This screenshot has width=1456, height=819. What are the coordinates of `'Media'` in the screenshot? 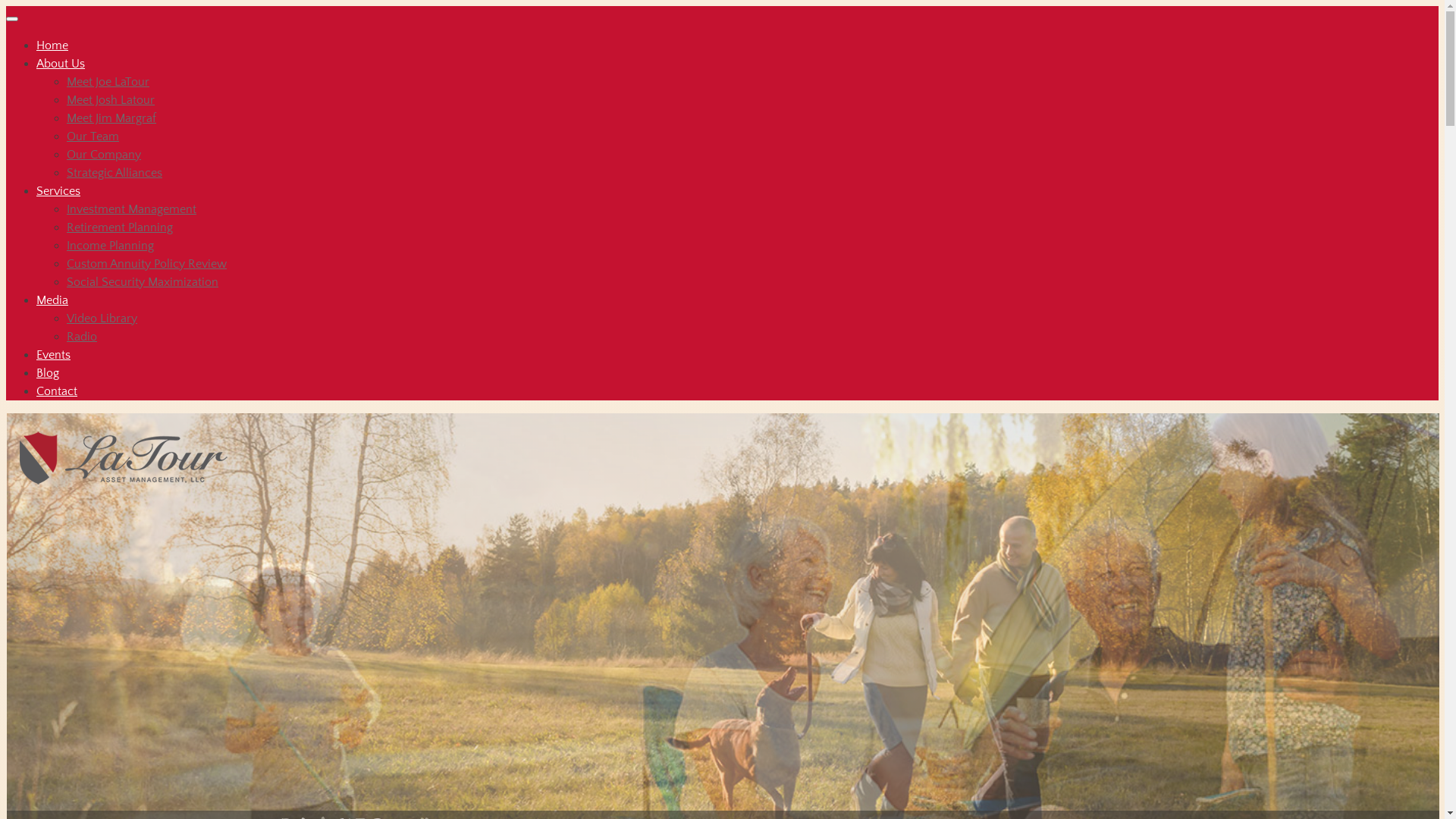 It's located at (52, 300).